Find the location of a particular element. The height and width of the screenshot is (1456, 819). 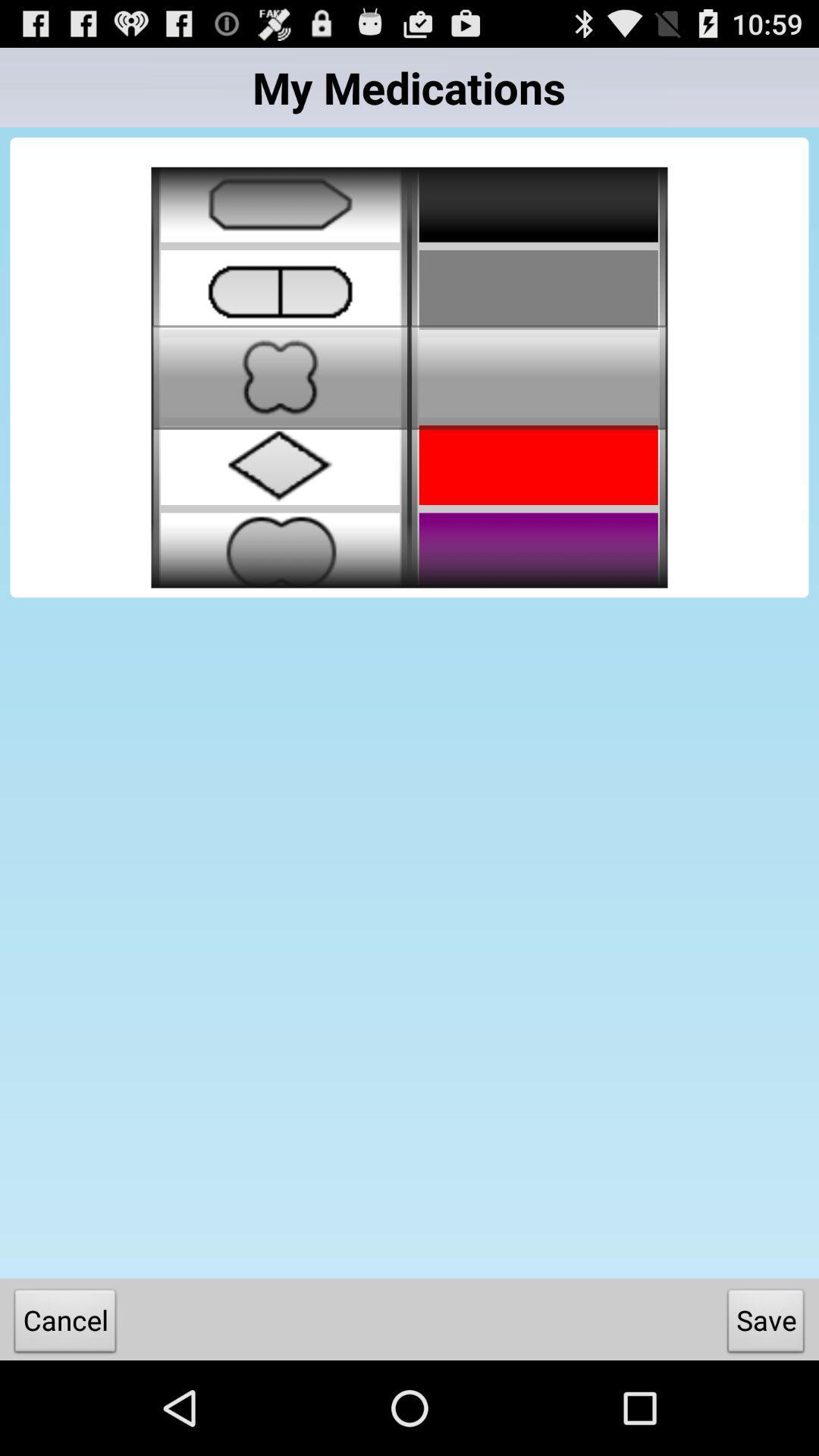

the save button is located at coordinates (766, 1323).